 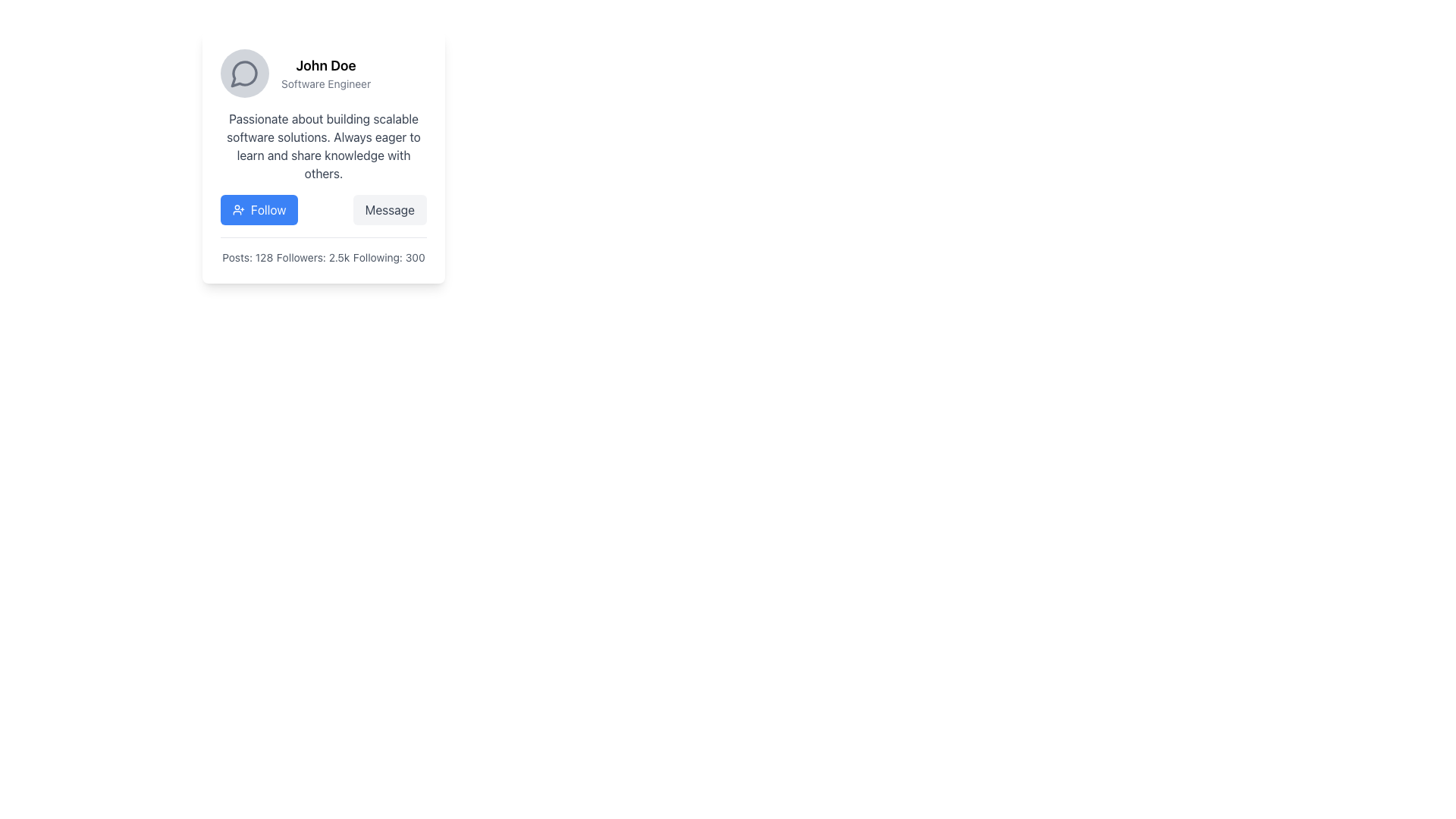 What do you see at coordinates (390, 210) in the screenshot?
I see `the 'Message' button` at bounding box center [390, 210].